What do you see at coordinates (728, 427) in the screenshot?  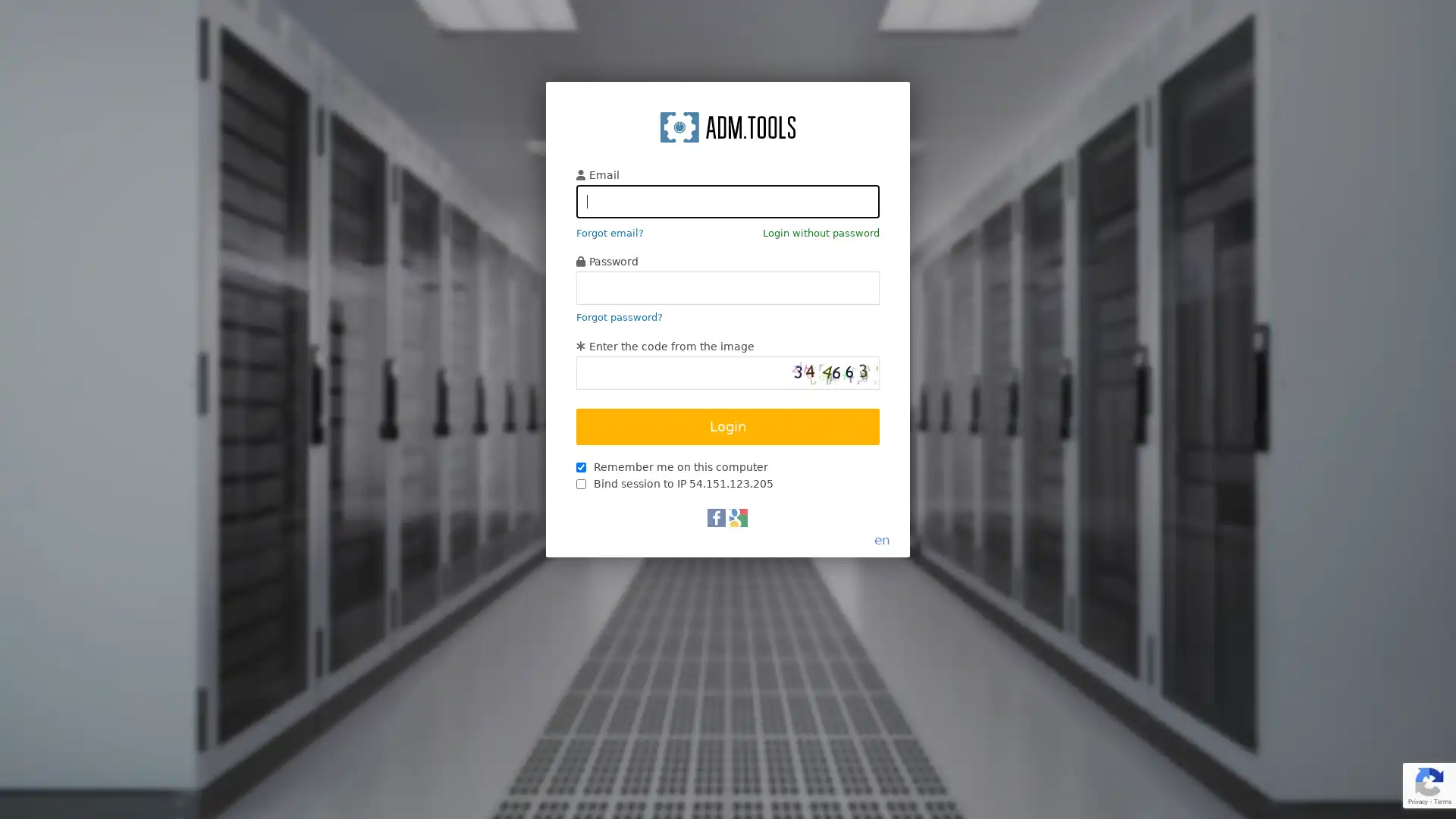 I see `Login` at bounding box center [728, 427].